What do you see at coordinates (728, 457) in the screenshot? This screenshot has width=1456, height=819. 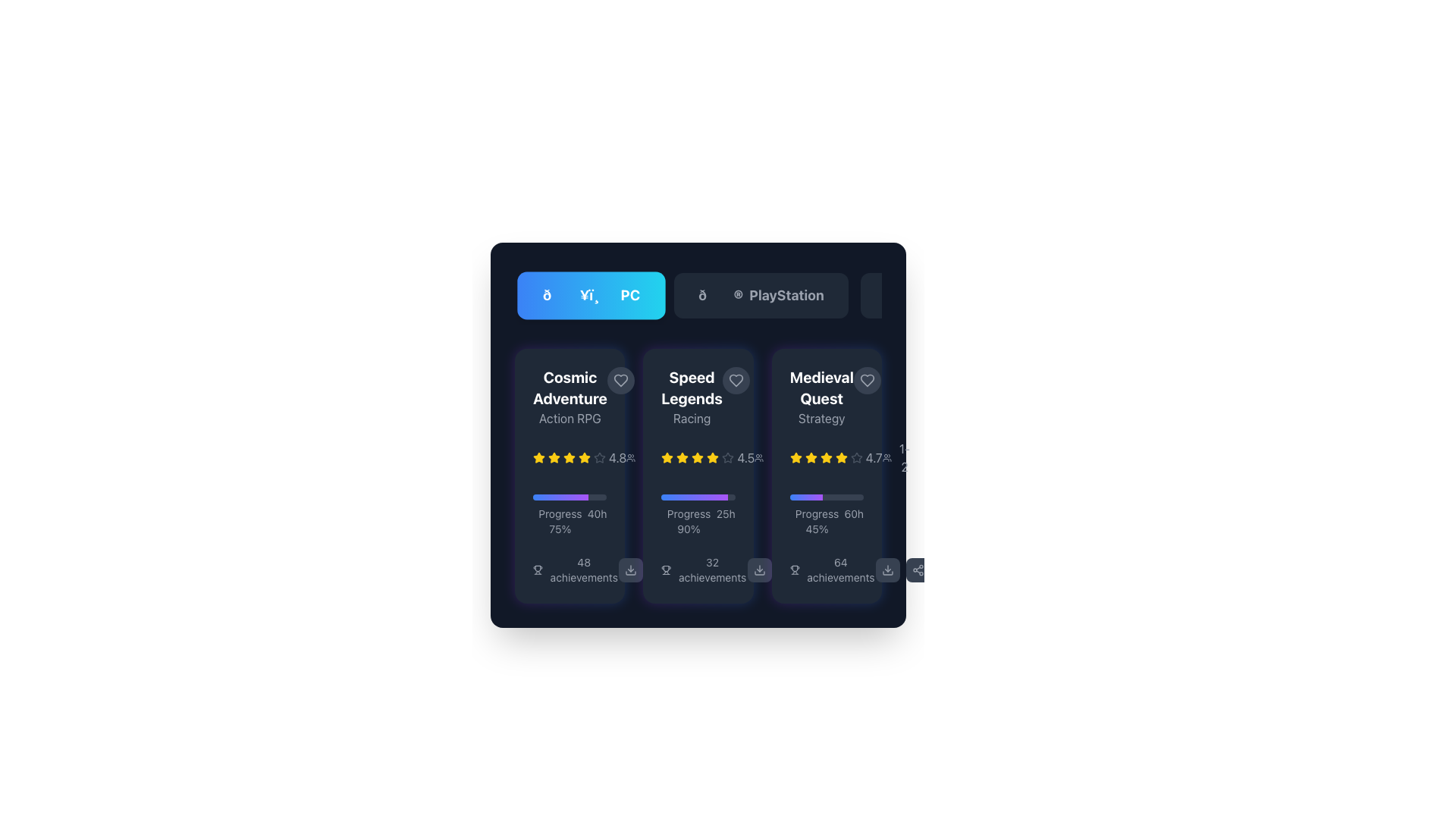 I see `the rightmost star-shaped icon in the rating component for the 'Speed Legends' game card, which is outlined in gray and not filled, distinguishing it from the filled yellow star icons` at bounding box center [728, 457].